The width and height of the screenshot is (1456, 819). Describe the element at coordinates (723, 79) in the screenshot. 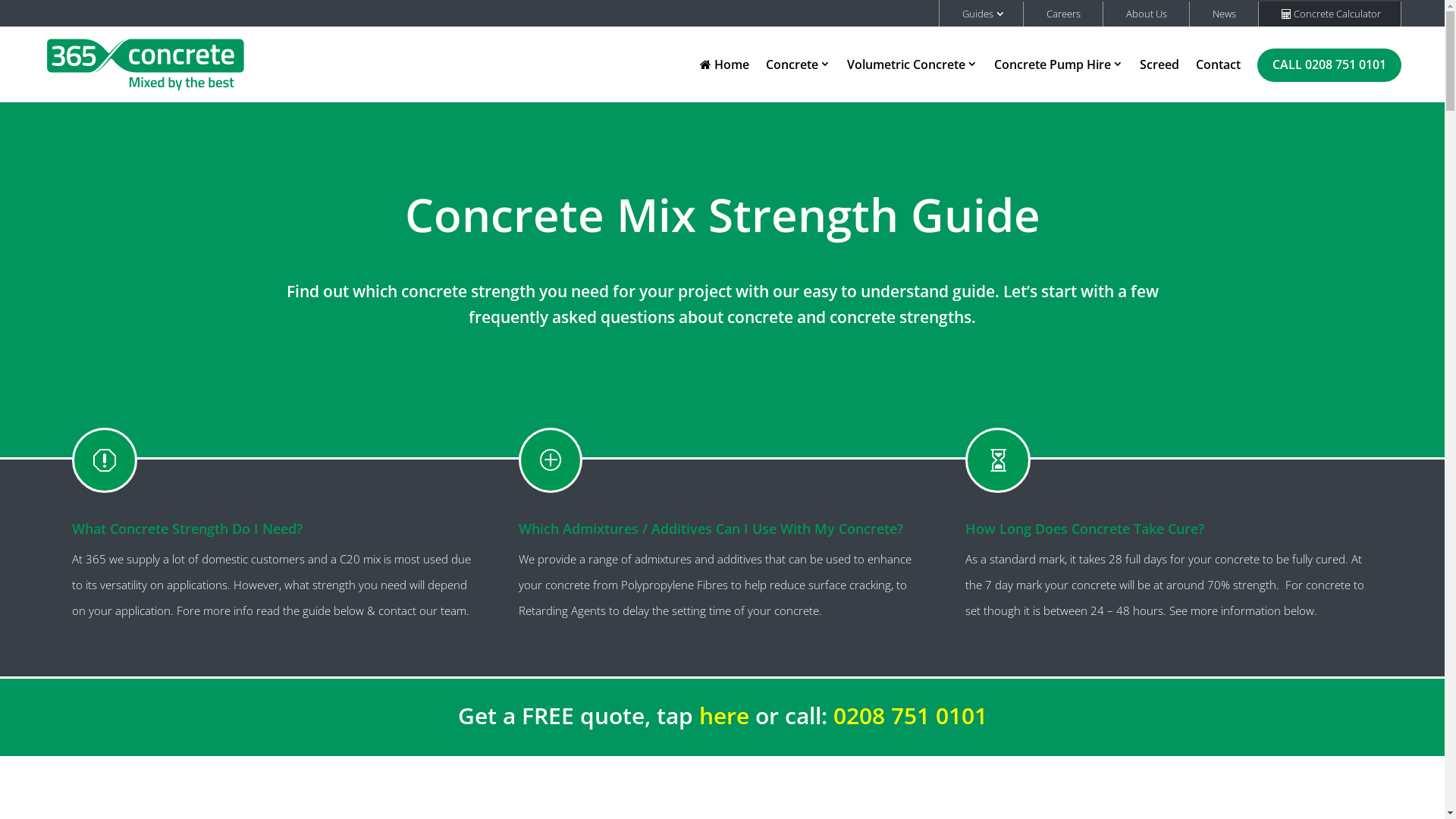

I see `'Home'` at that location.